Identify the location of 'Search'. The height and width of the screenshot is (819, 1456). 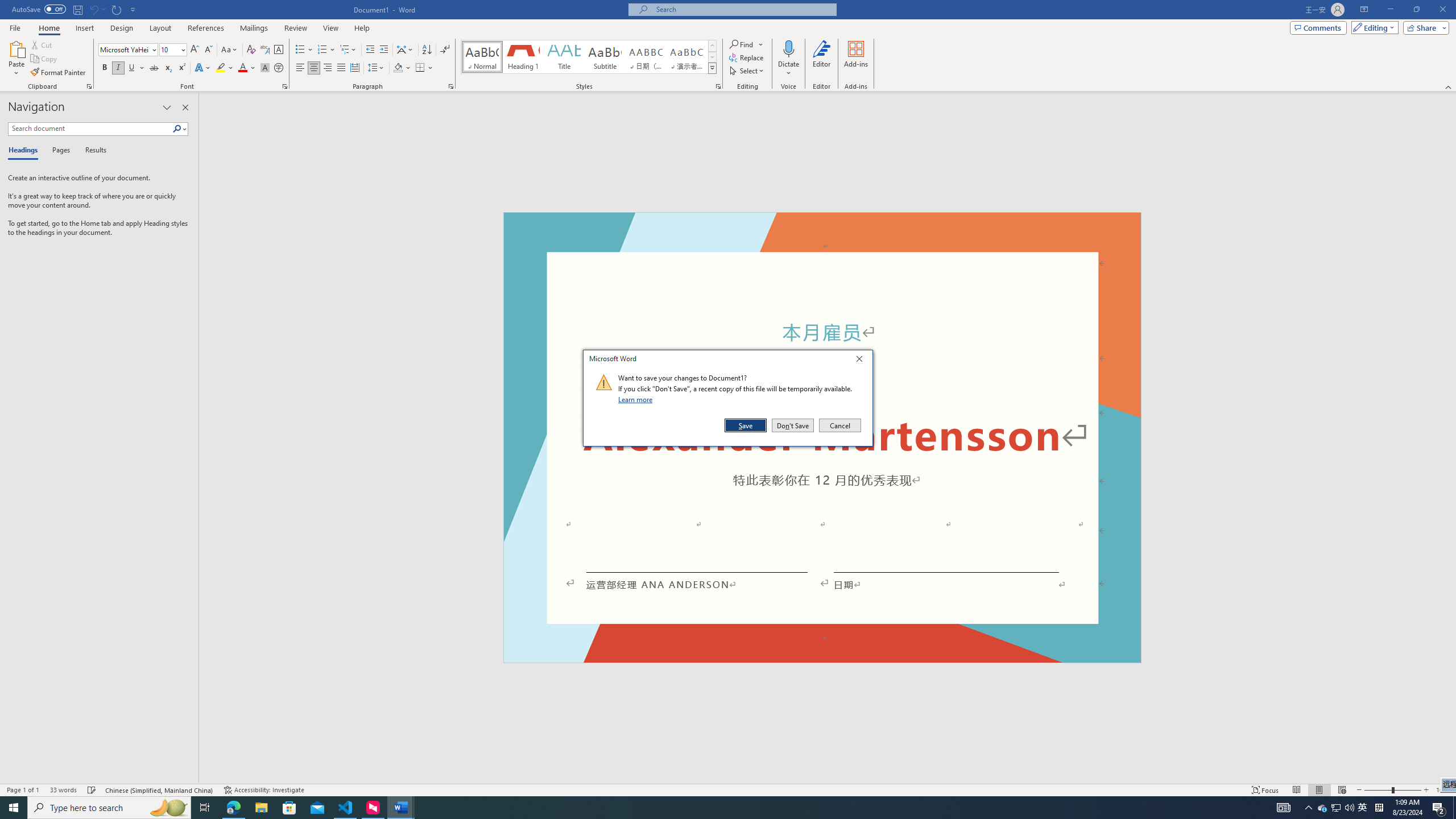
(179, 128).